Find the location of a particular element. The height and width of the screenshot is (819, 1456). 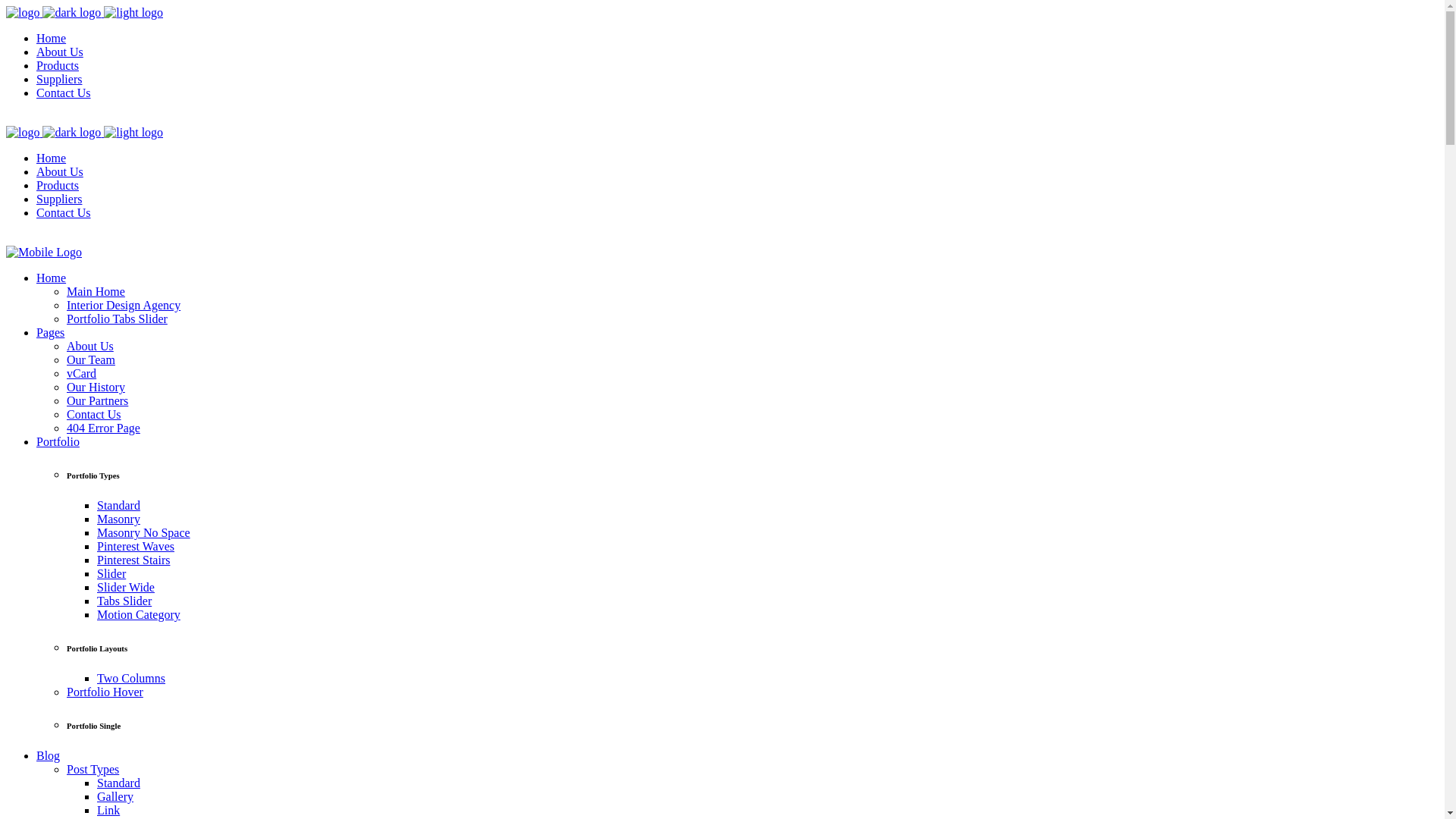

'Motion Category' is located at coordinates (138, 614).